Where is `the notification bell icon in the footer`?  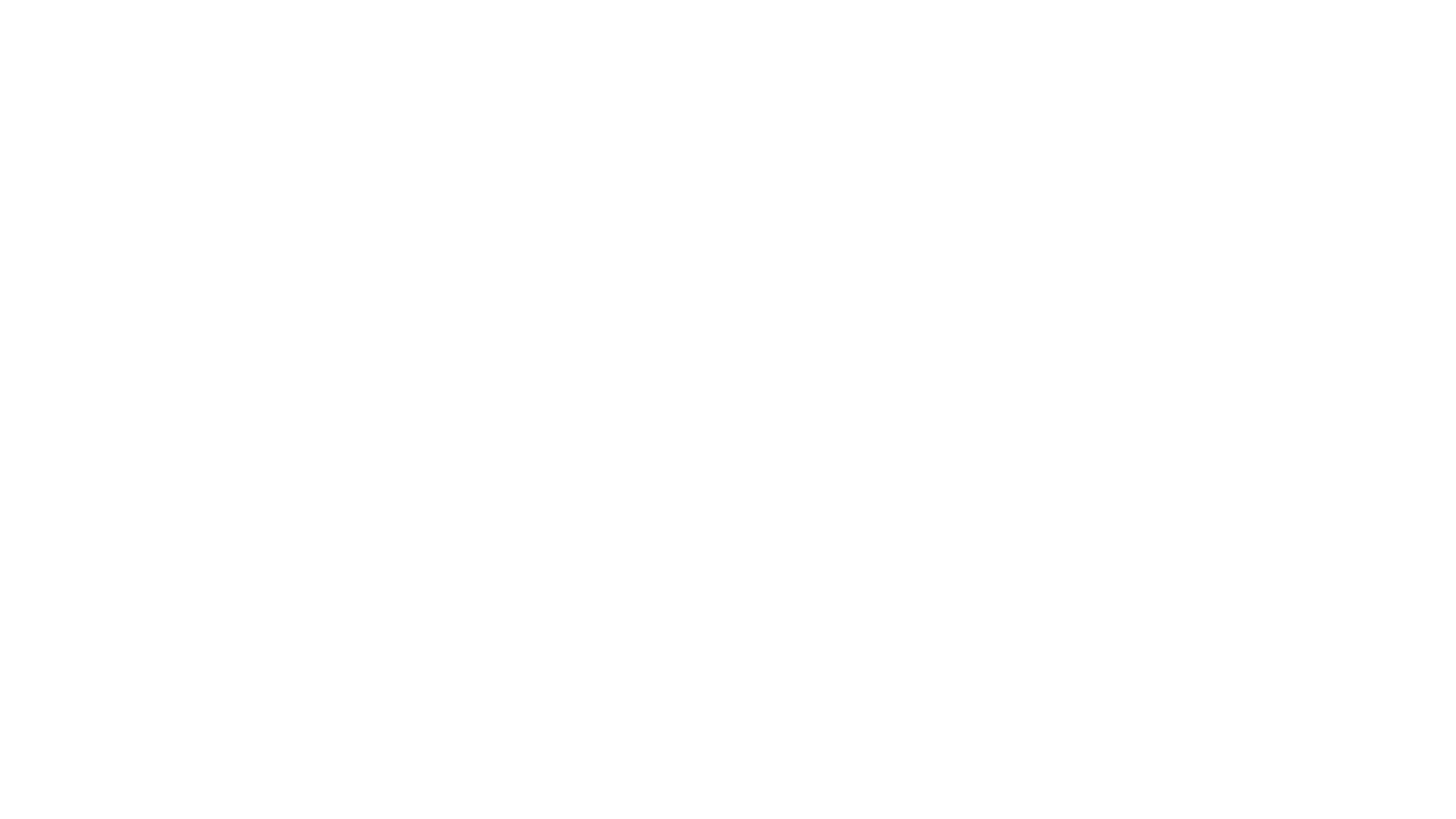 the notification bell icon in the footer is located at coordinates (1401, 681).